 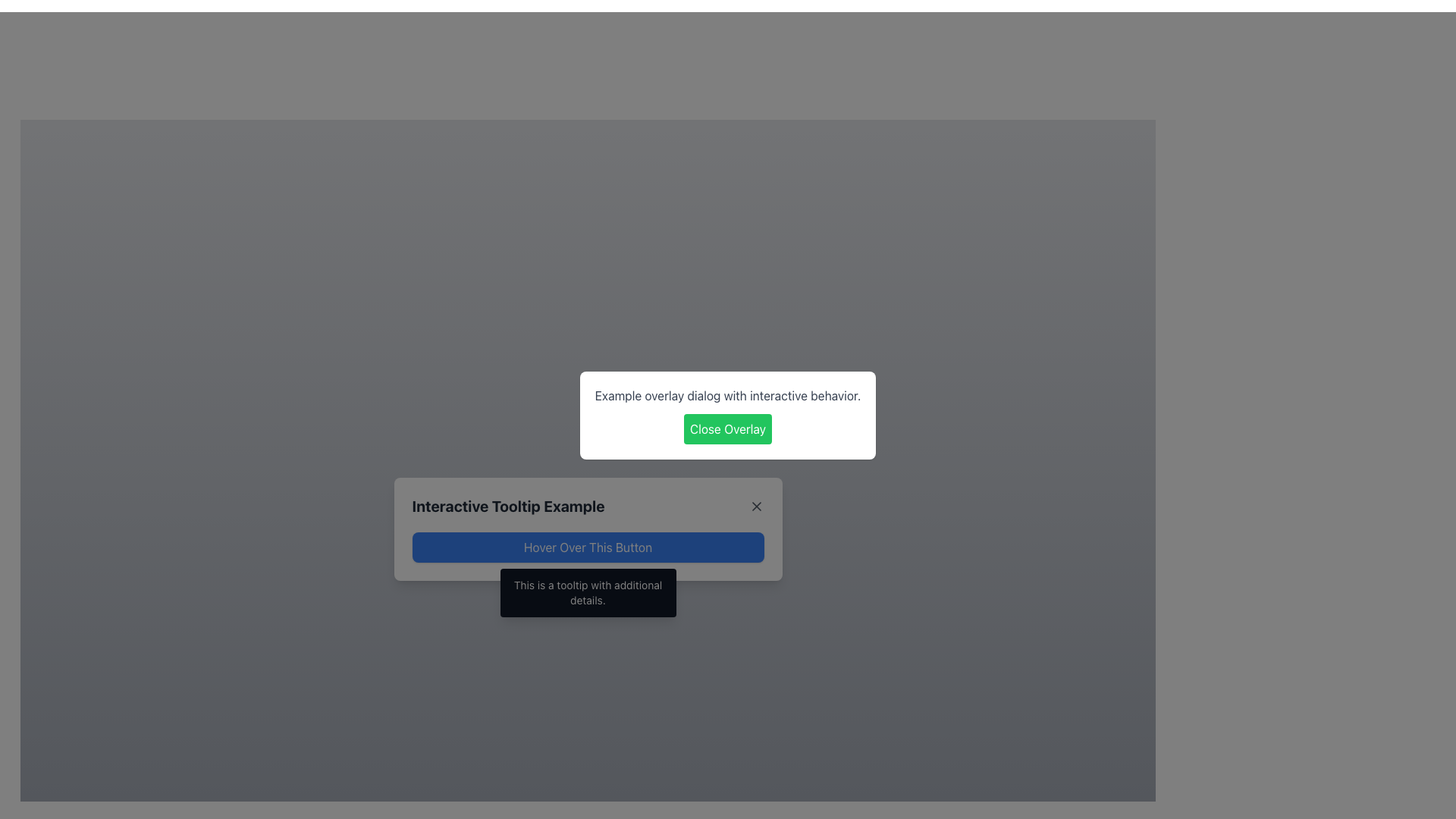 What do you see at coordinates (728, 429) in the screenshot?
I see `the close button located below the text 'Example overlay dialog with interactive behavior.' to hide the overlay dialog` at bounding box center [728, 429].